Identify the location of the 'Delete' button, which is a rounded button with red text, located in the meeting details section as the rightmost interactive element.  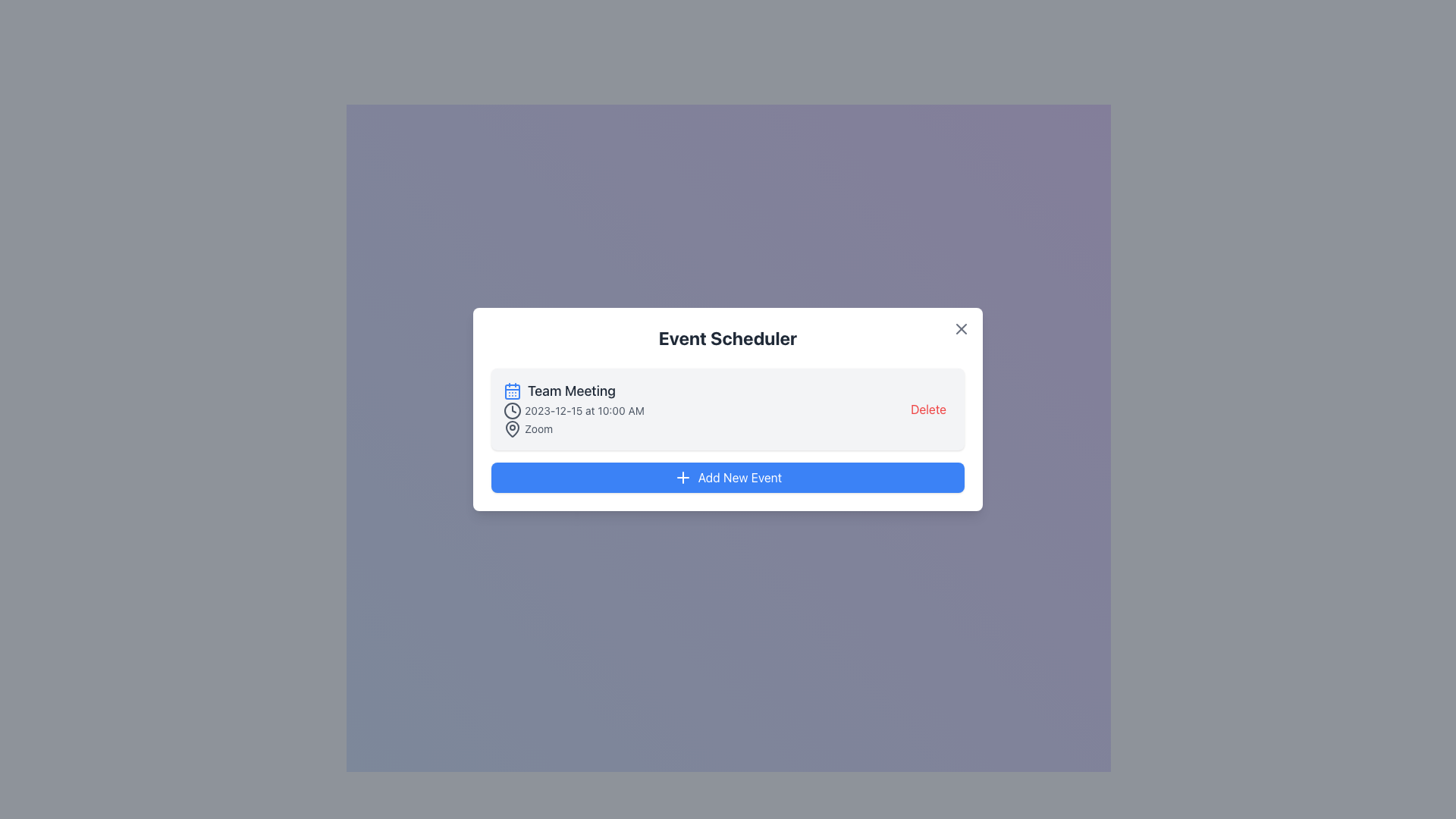
(927, 409).